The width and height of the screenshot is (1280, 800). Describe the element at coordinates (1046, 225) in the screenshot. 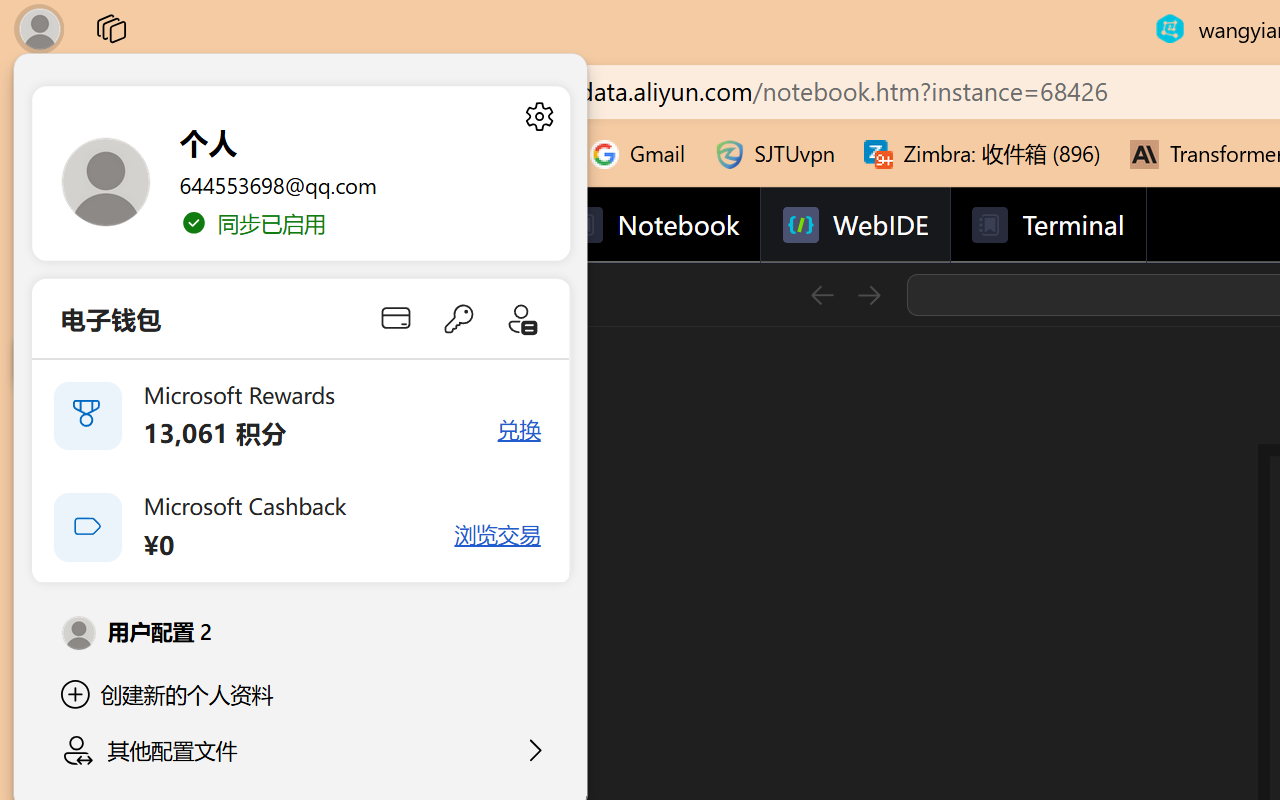

I see `'Terminal'` at that location.